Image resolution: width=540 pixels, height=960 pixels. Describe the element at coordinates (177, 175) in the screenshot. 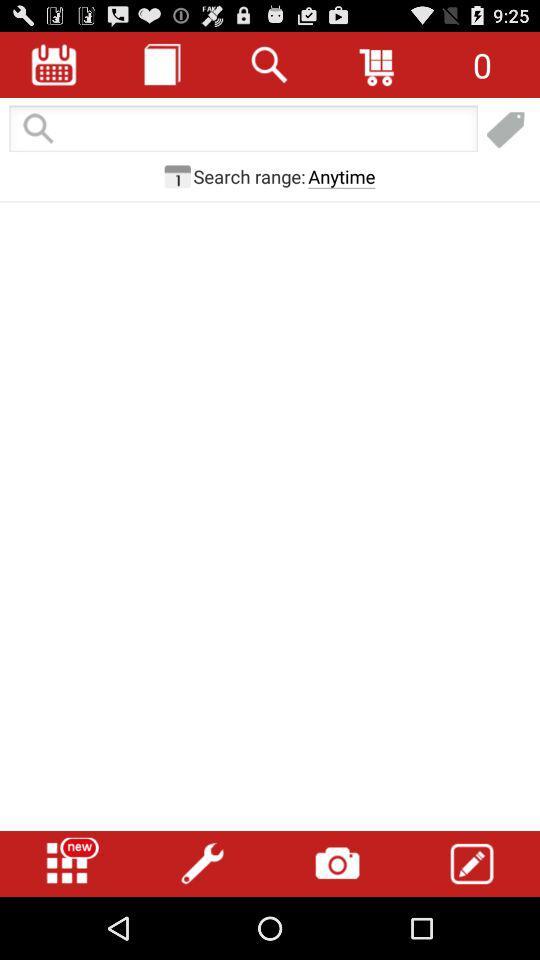

I see `the icon to the left of search range:` at that location.